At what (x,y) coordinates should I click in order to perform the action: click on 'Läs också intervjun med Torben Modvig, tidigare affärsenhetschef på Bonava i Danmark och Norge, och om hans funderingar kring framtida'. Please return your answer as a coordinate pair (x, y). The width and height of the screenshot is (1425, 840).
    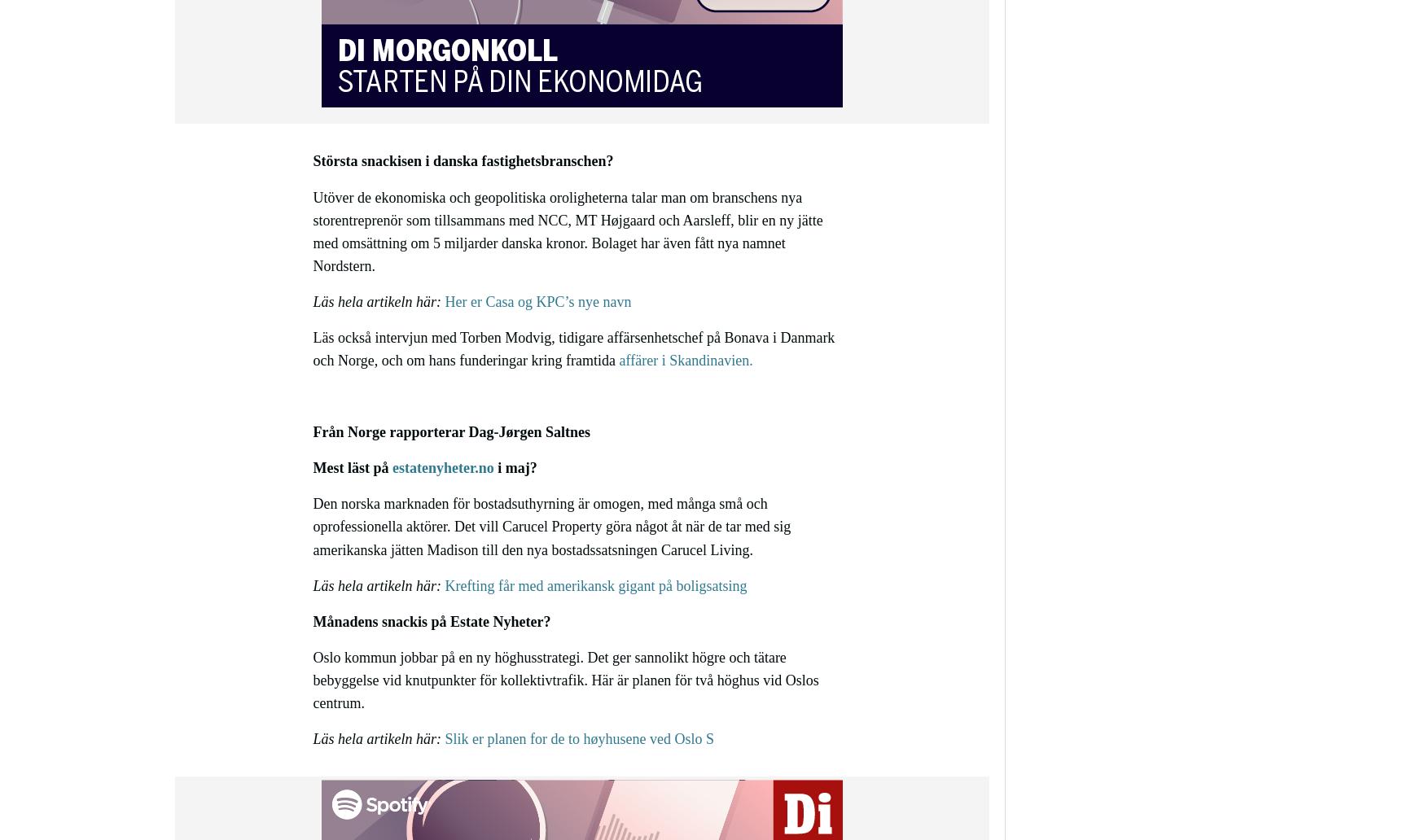
    Looking at the image, I should click on (573, 348).